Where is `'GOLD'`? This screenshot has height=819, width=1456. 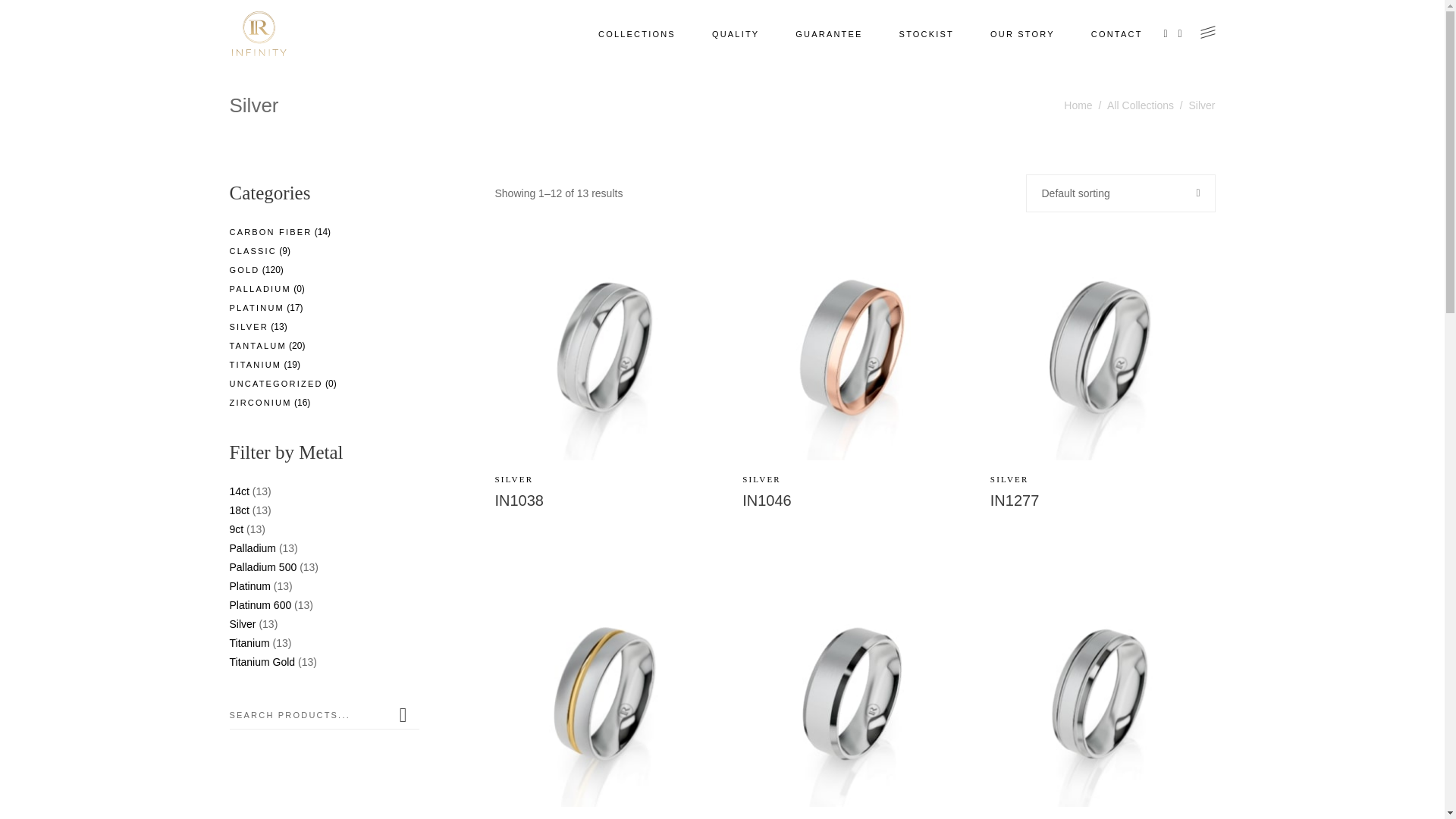
'GOLD' is located at coordinates (228, 268).